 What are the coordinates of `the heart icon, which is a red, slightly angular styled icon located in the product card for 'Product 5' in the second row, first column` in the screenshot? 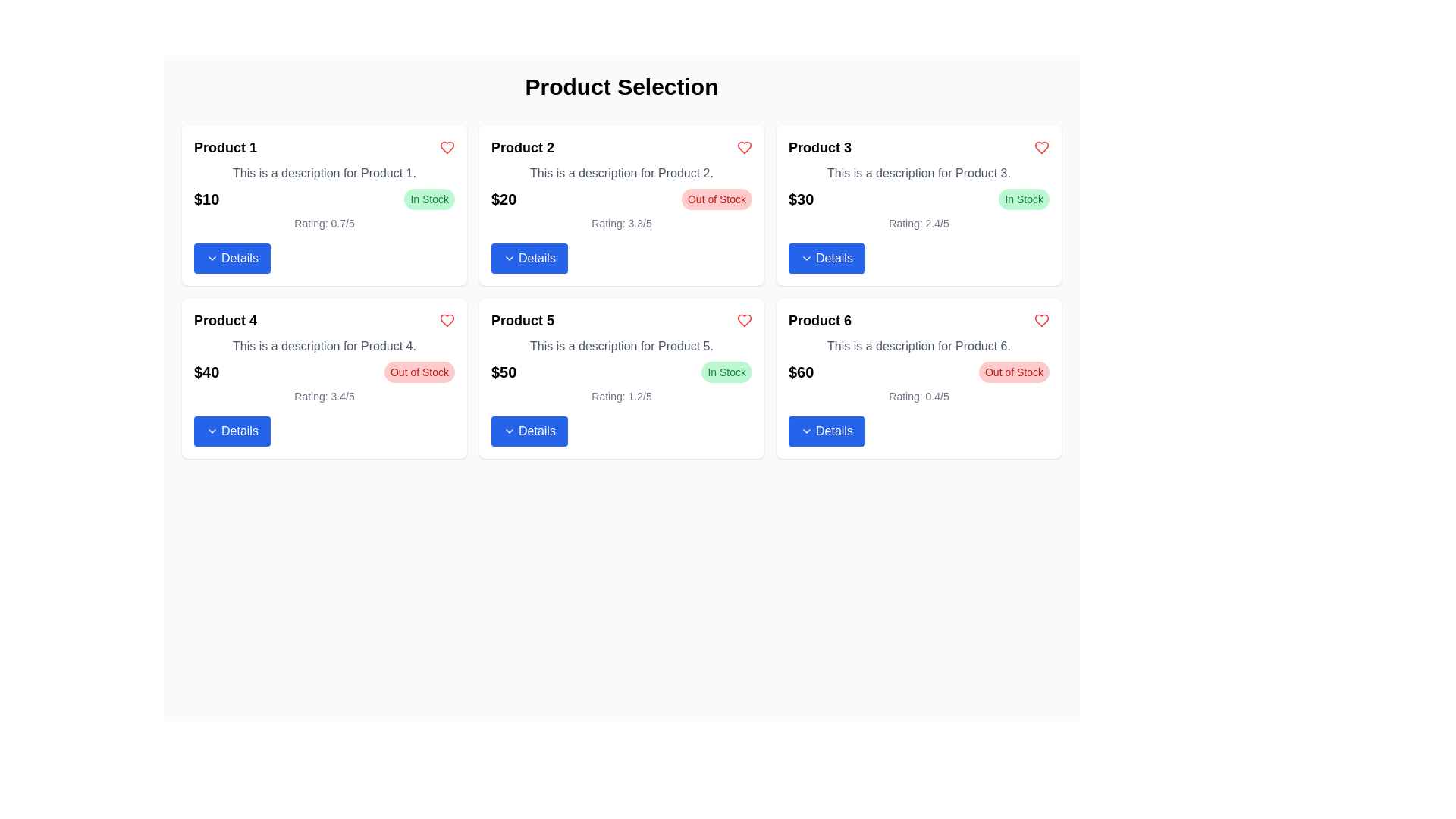 It's located at (745, 320).